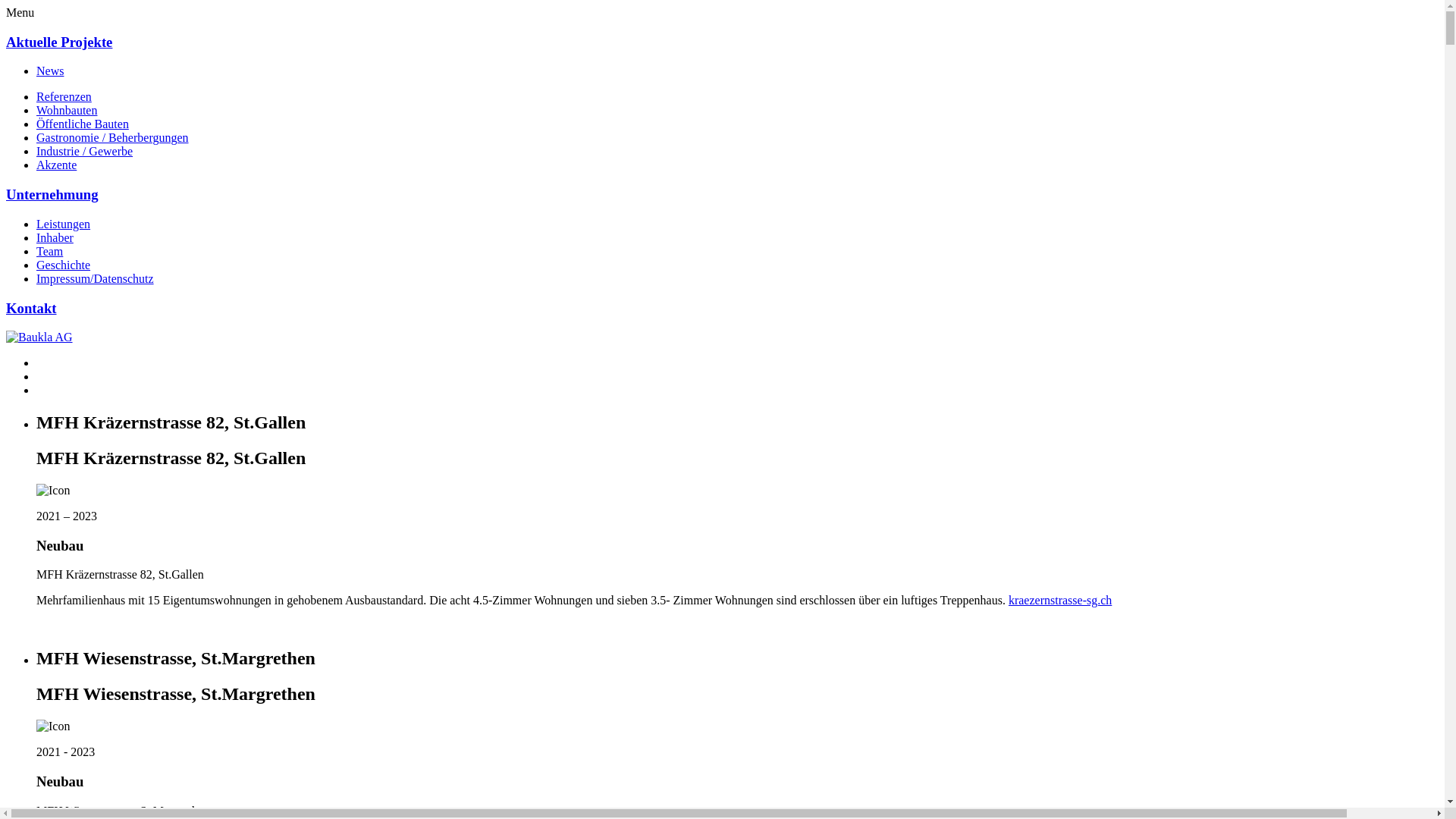 This screenshot has height=819, width=1456. What do you see at coordinates (36, 165) in the screenshot?
I see `'Akzente'` at bounding box center [36, 165].